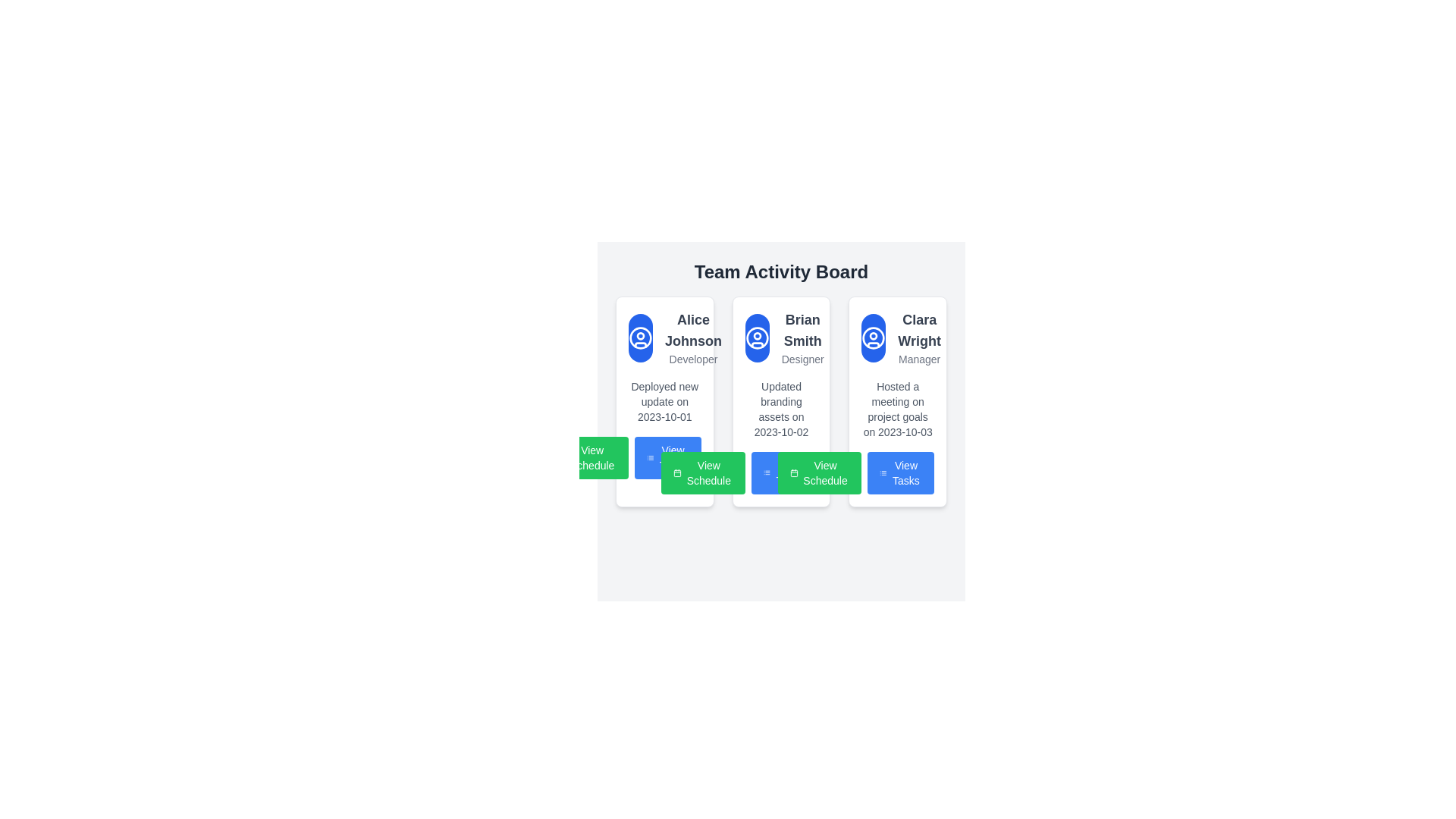 The image size is (1456, 819). I want to click on the User Profile Display element that shows the user's name, role, and representative icon, which is the leftmost card in a group of user profile cards, so click(664, 337).